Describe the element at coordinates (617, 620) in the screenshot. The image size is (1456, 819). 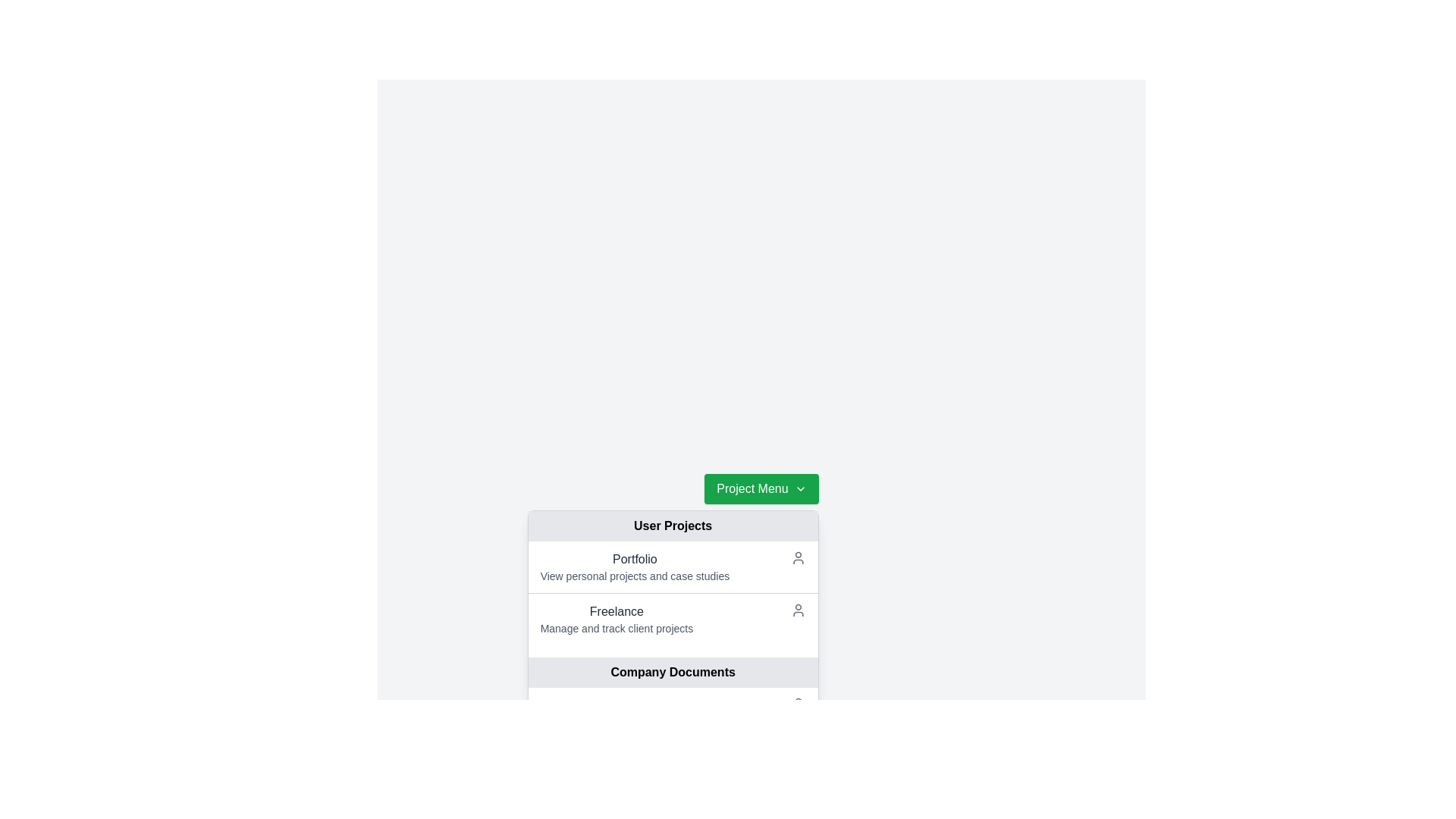
I see `the text displaying 'Freelance'` at that location.